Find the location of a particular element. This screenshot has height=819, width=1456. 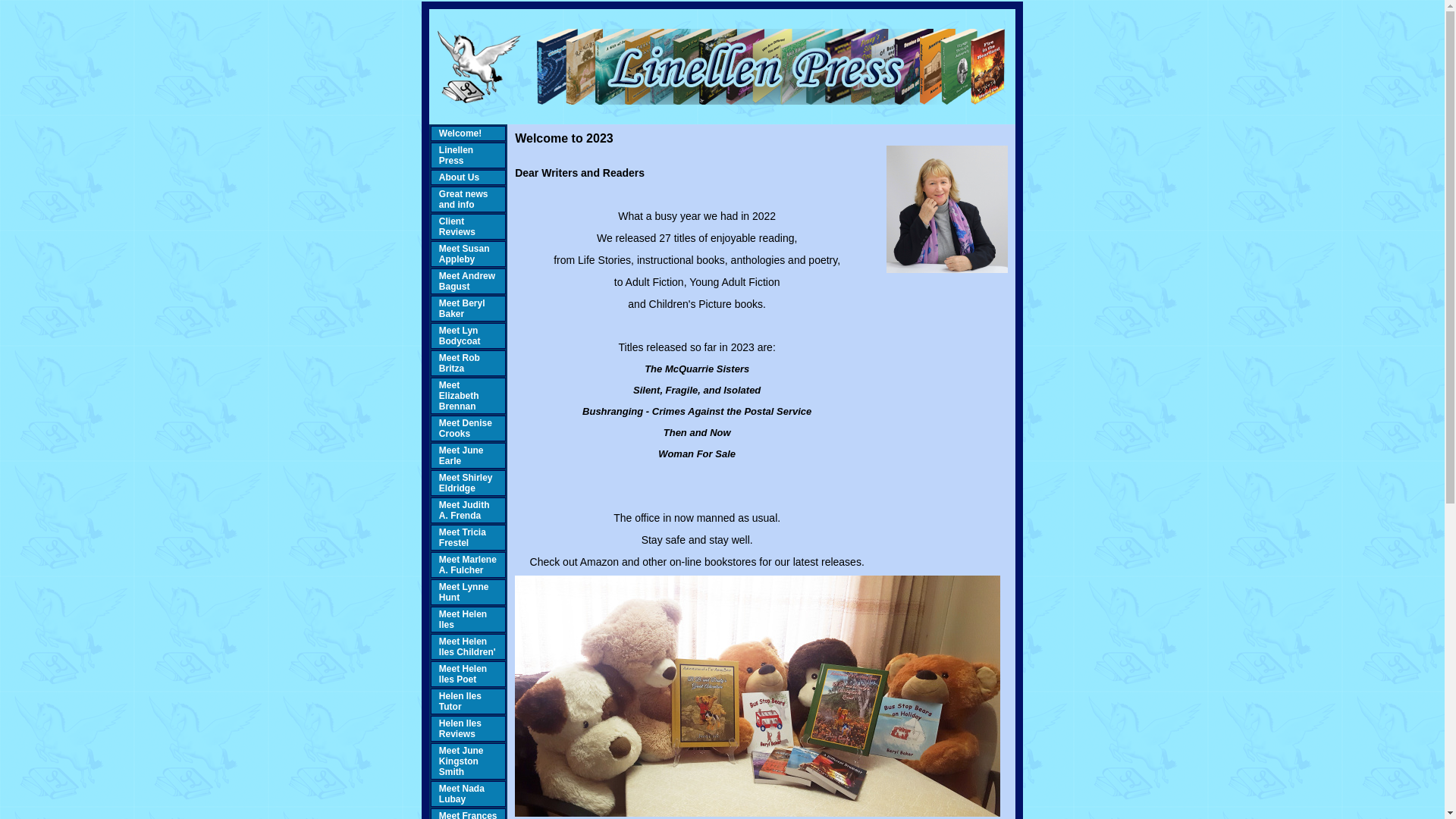

'Meet Andrew Bagust' is located at coordinates (466, 281).